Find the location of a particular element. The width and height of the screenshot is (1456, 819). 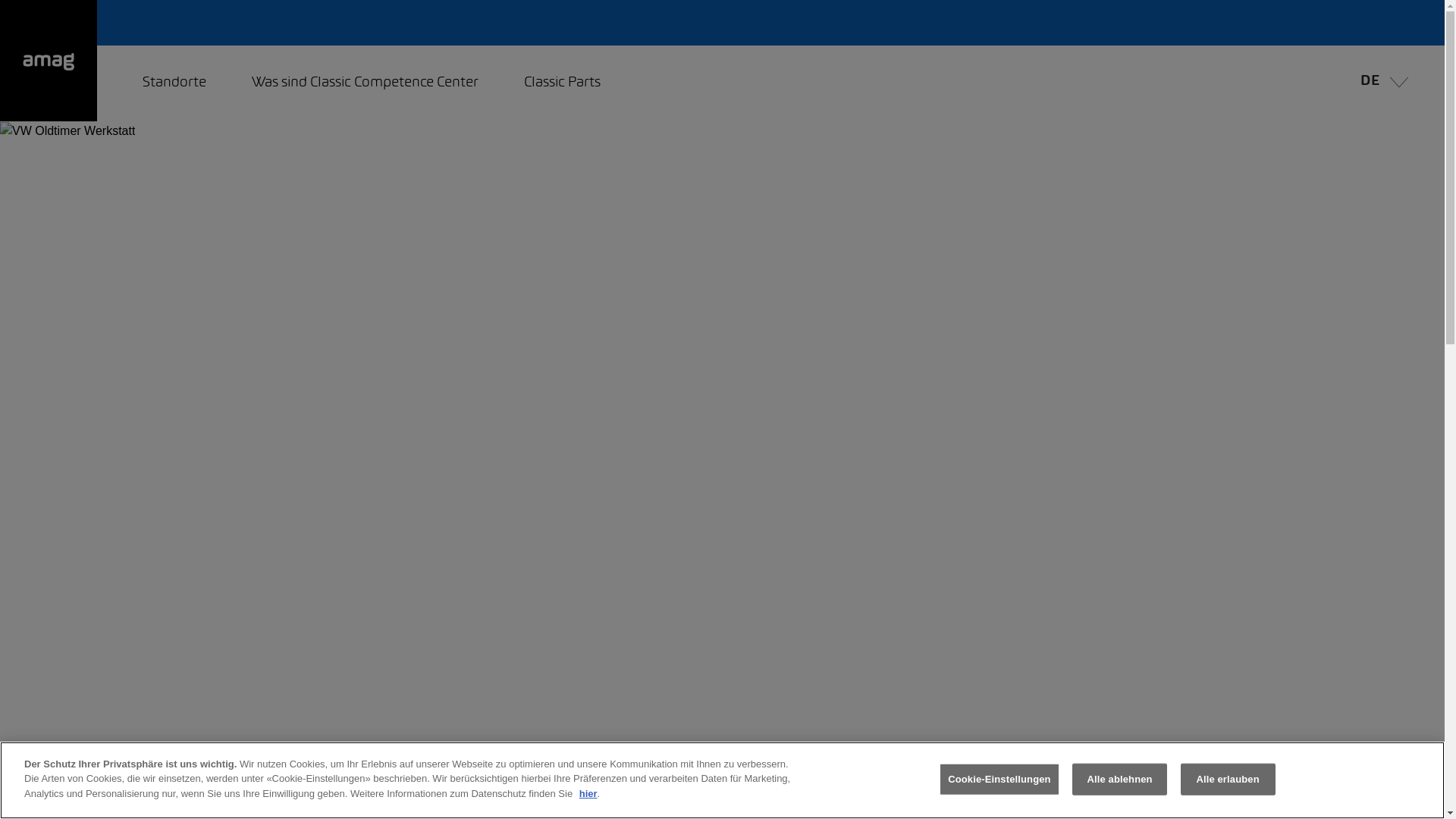

'DE' is located at coordinates (1380, 83).